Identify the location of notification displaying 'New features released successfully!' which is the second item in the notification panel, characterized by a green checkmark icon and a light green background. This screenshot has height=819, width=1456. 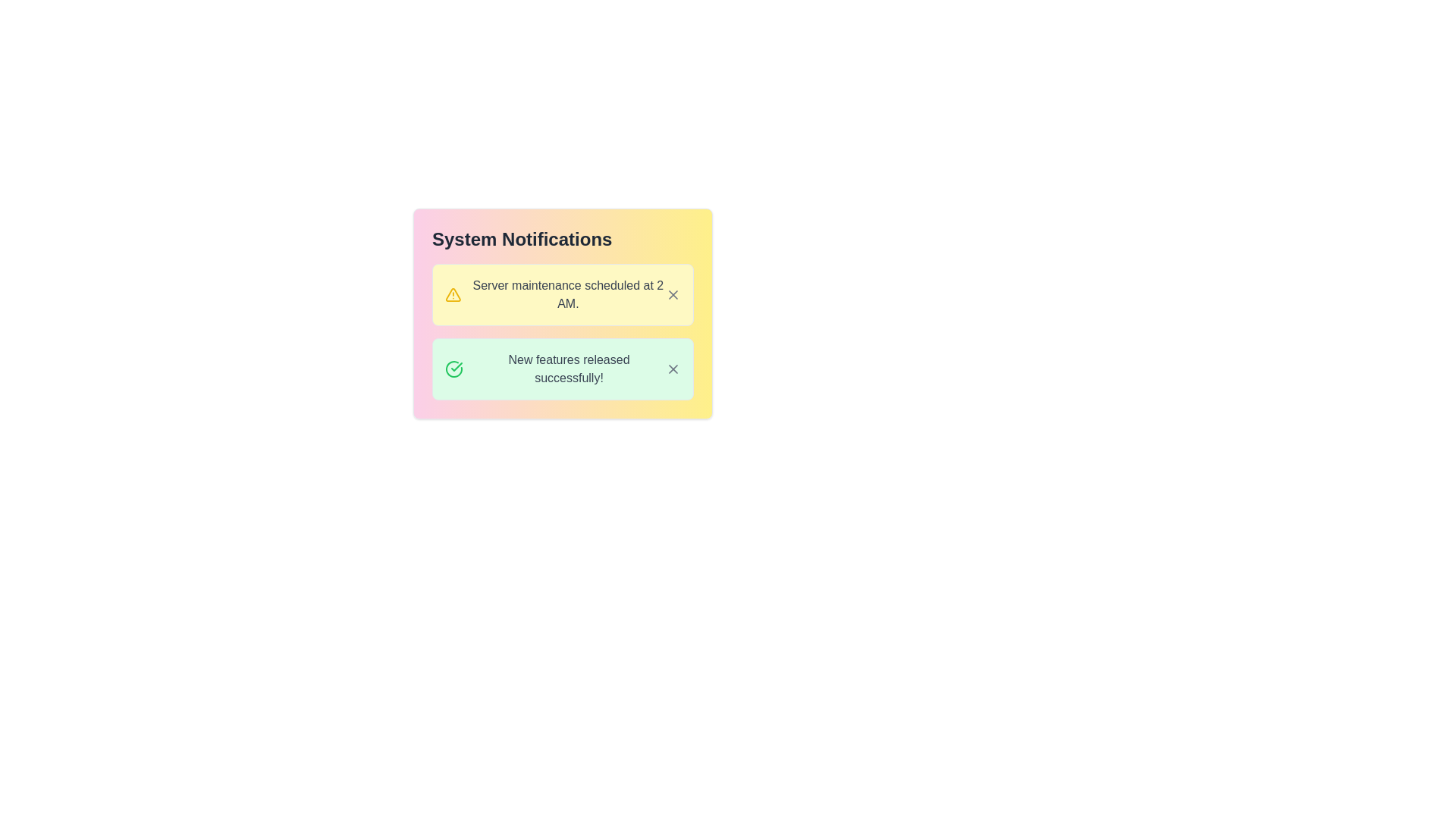
(554, 369).